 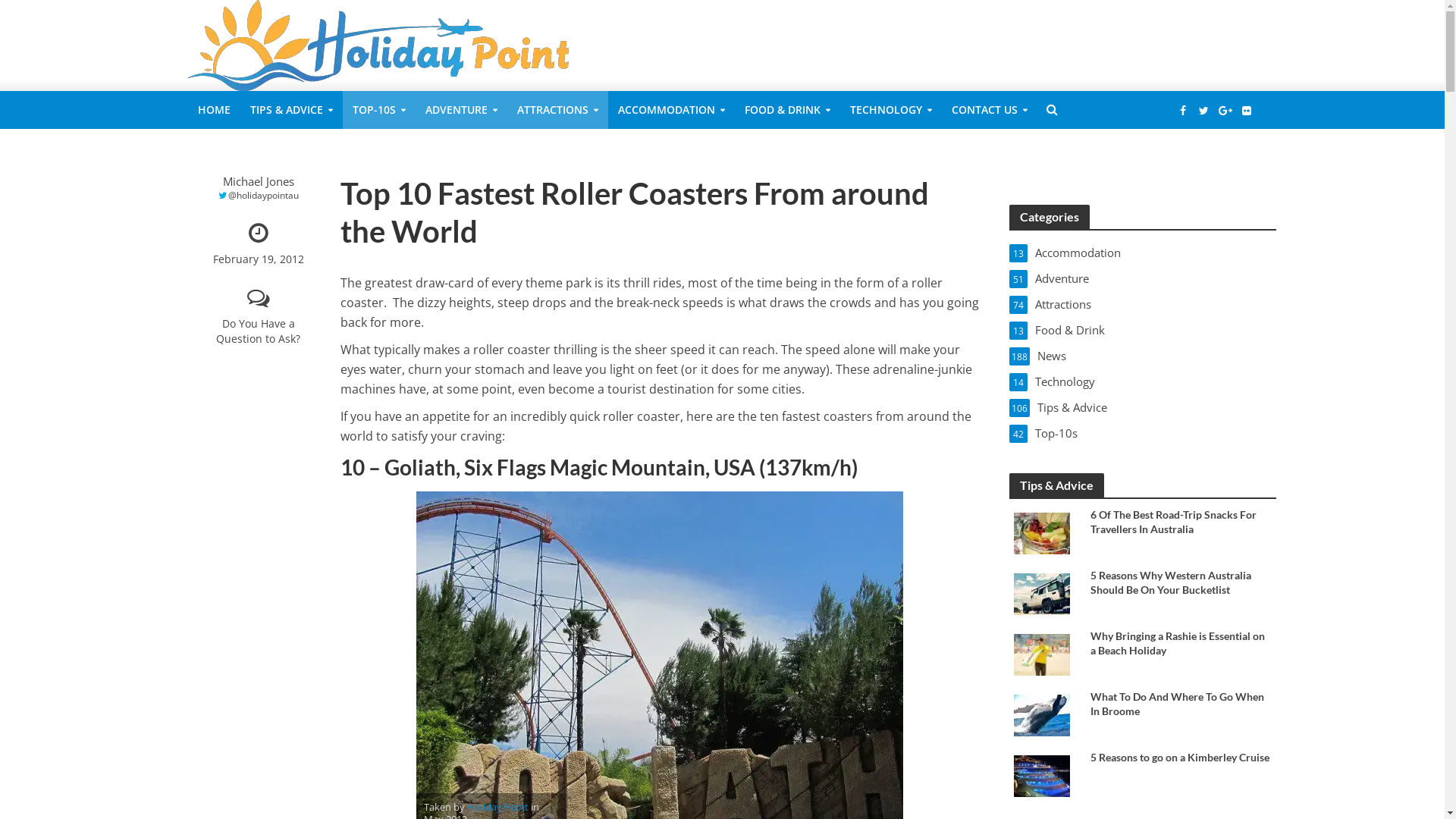 I want to click on 'CONTACT US', so click(x=941, y=109).